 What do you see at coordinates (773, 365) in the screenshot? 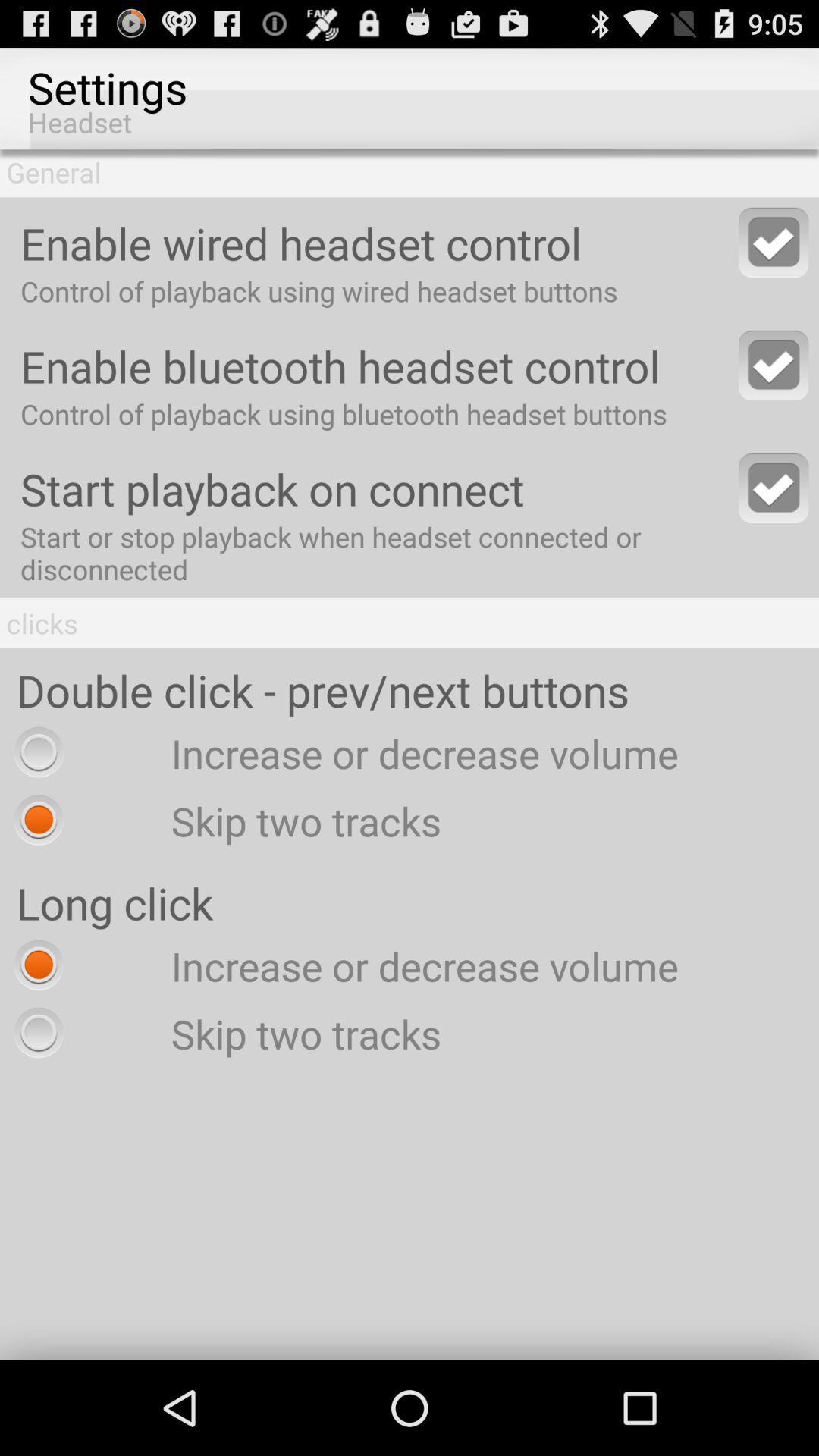
I see `bluetooth headset control` at bounding box center [773, 365].